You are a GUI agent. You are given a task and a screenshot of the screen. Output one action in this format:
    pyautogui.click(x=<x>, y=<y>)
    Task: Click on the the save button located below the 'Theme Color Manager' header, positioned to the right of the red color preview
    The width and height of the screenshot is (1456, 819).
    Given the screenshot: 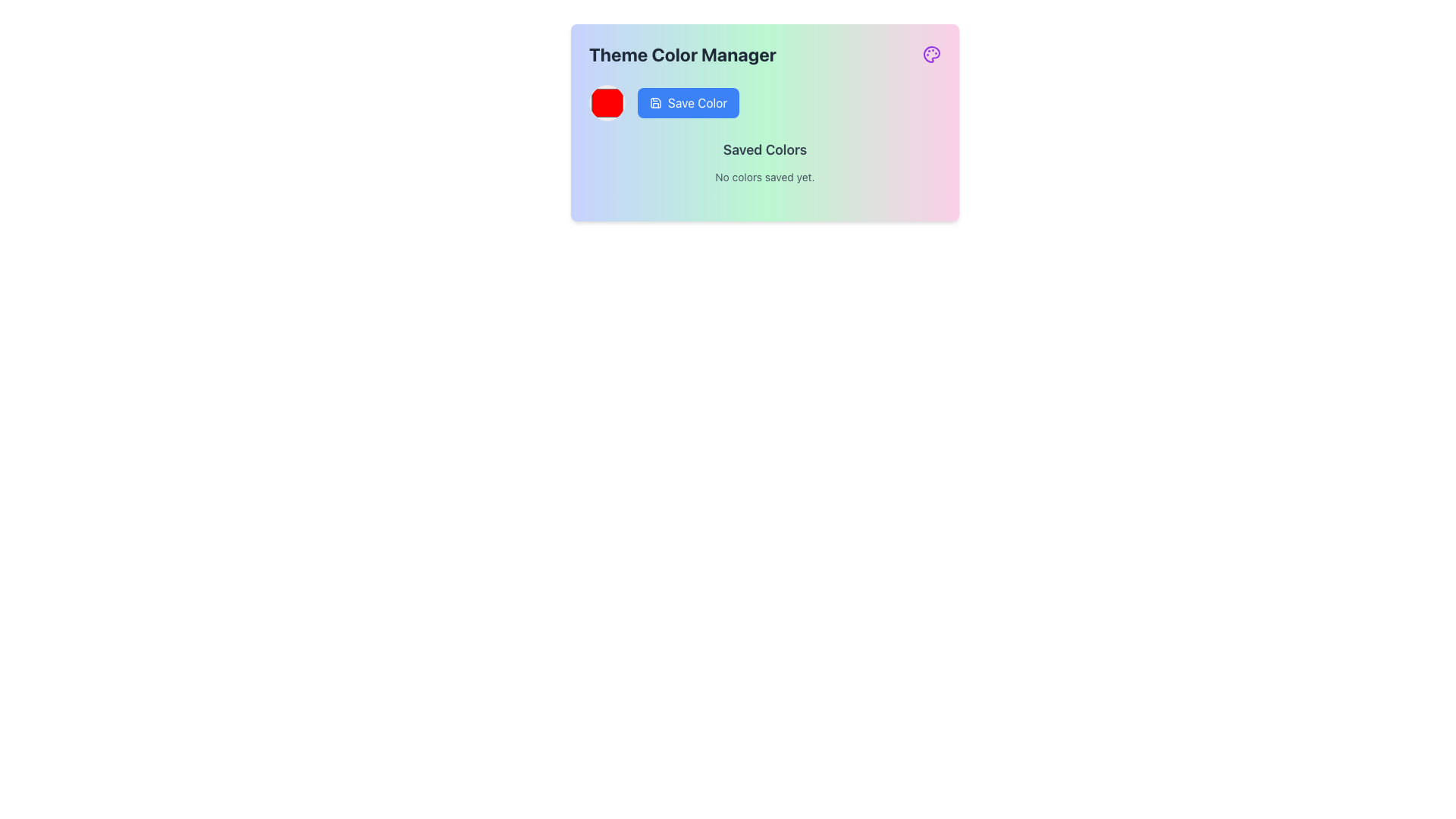 What is the action you would take?
    pyautogui.click(x=764, y=102)
    